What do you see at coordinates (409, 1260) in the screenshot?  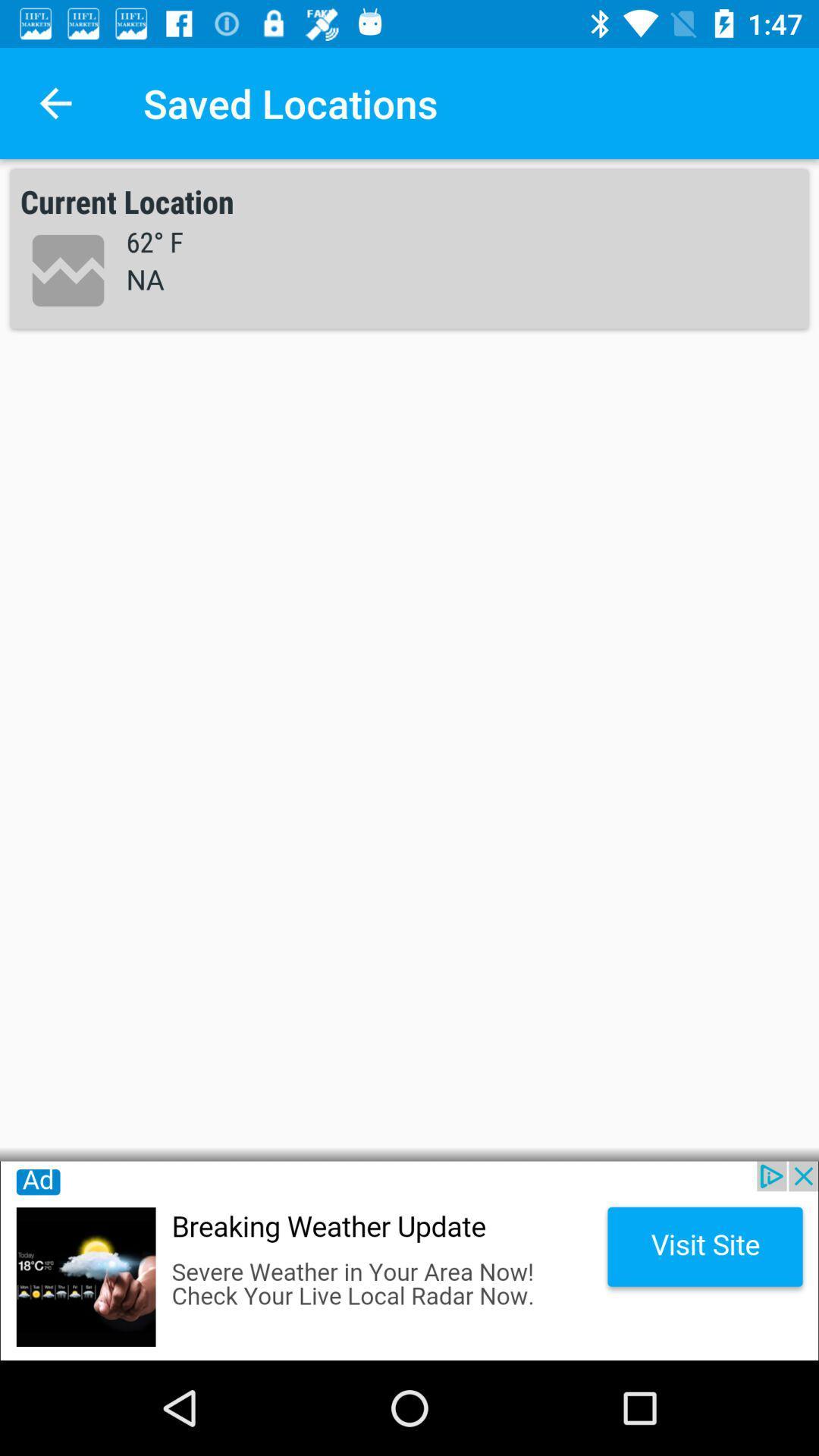 I see `advertisement about breaking weather update` at bounding box center [409, 1260].